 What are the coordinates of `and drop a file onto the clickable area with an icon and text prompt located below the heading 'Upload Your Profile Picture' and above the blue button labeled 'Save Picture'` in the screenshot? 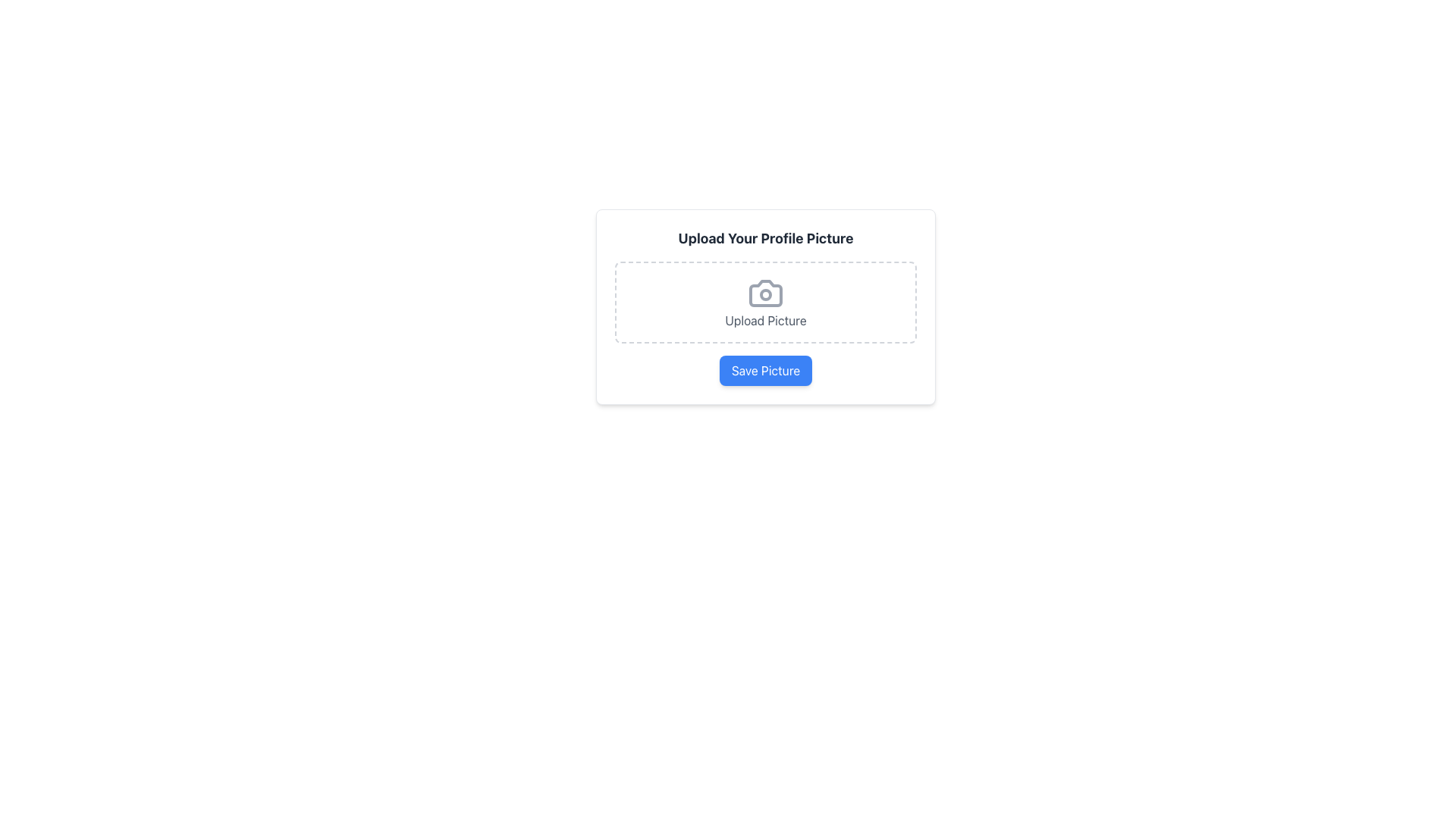 It's located at (765, 302).